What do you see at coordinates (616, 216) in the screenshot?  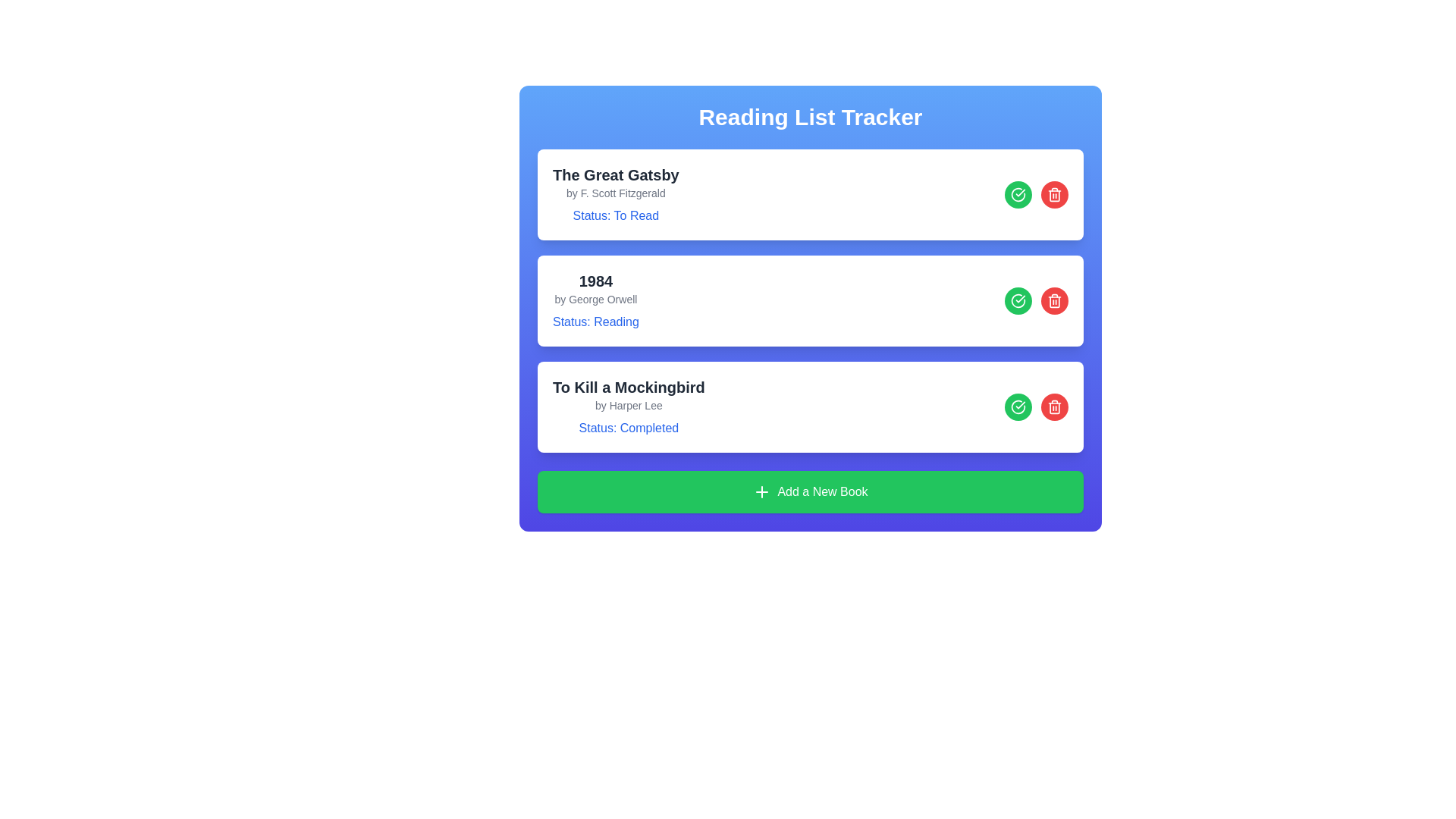 I see `status indicator text label for the book 'The Great Gatsby', which indicates it is marked as 'To Read'` at bounding box center [616, 216].